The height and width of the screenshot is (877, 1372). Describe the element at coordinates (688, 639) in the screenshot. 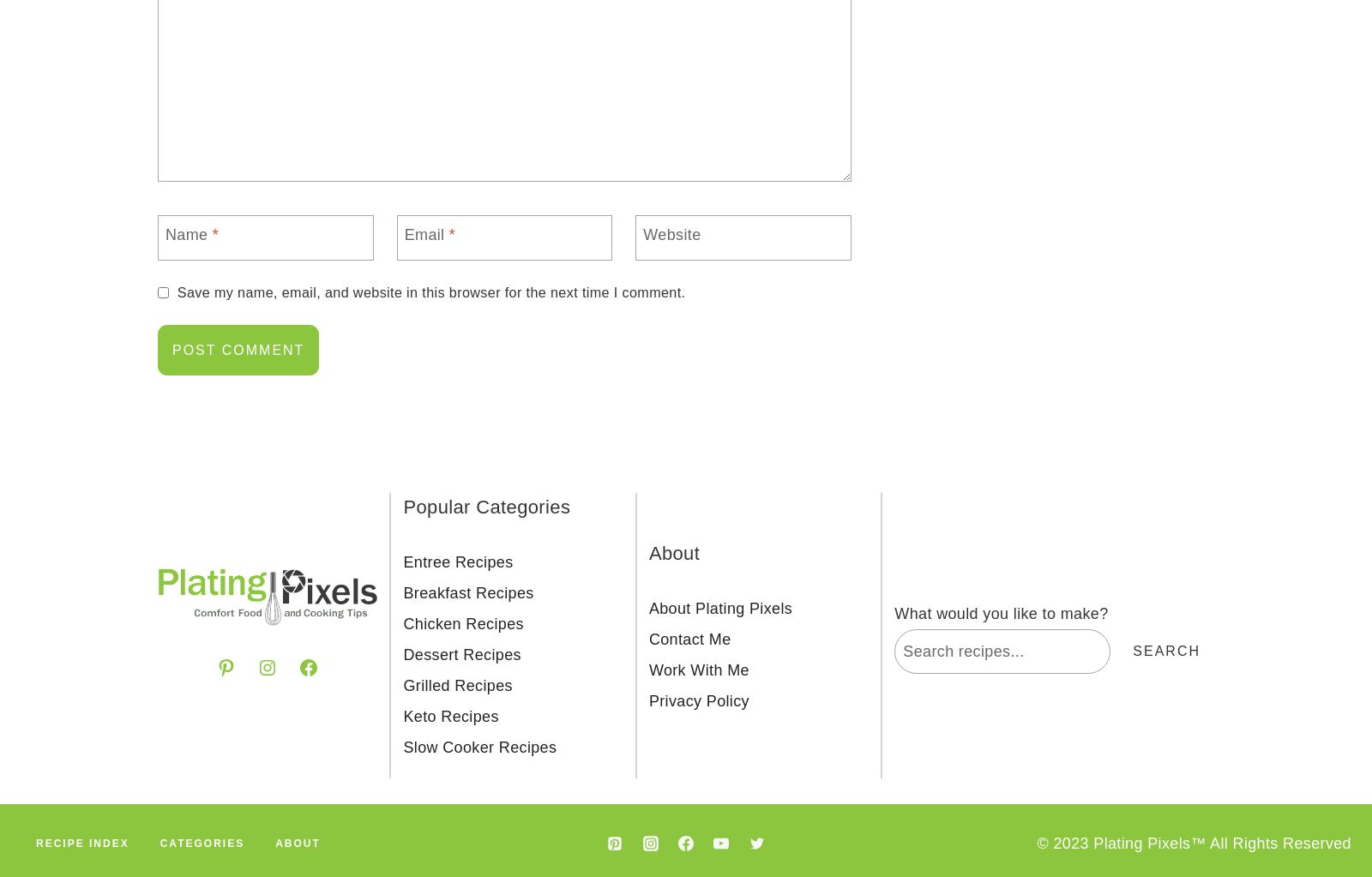

I see `'Contact Me'` at that location.